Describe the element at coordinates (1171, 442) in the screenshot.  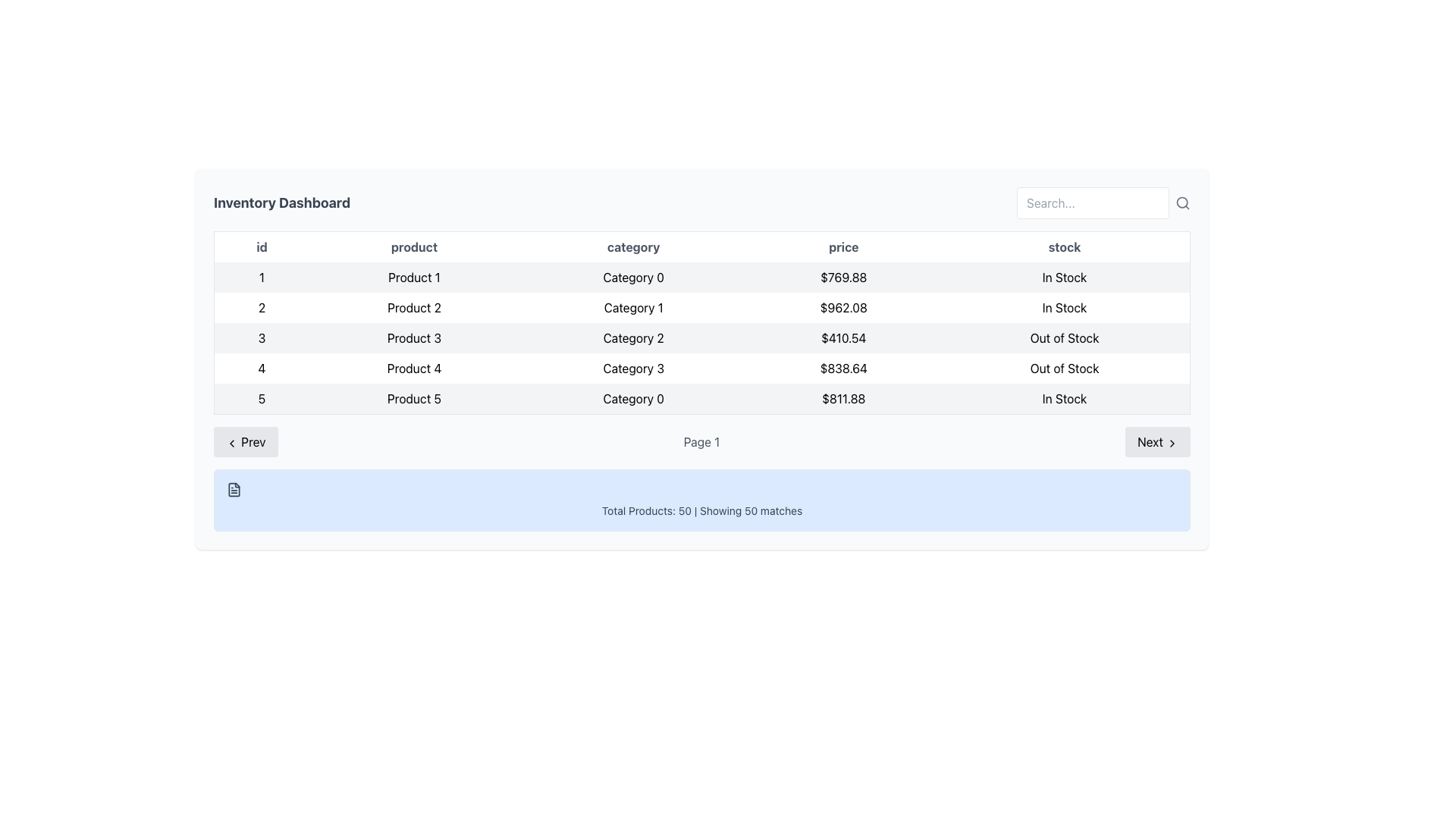
I see `the 'Next' button which contains a small right-pointing chevron icon` at that location.